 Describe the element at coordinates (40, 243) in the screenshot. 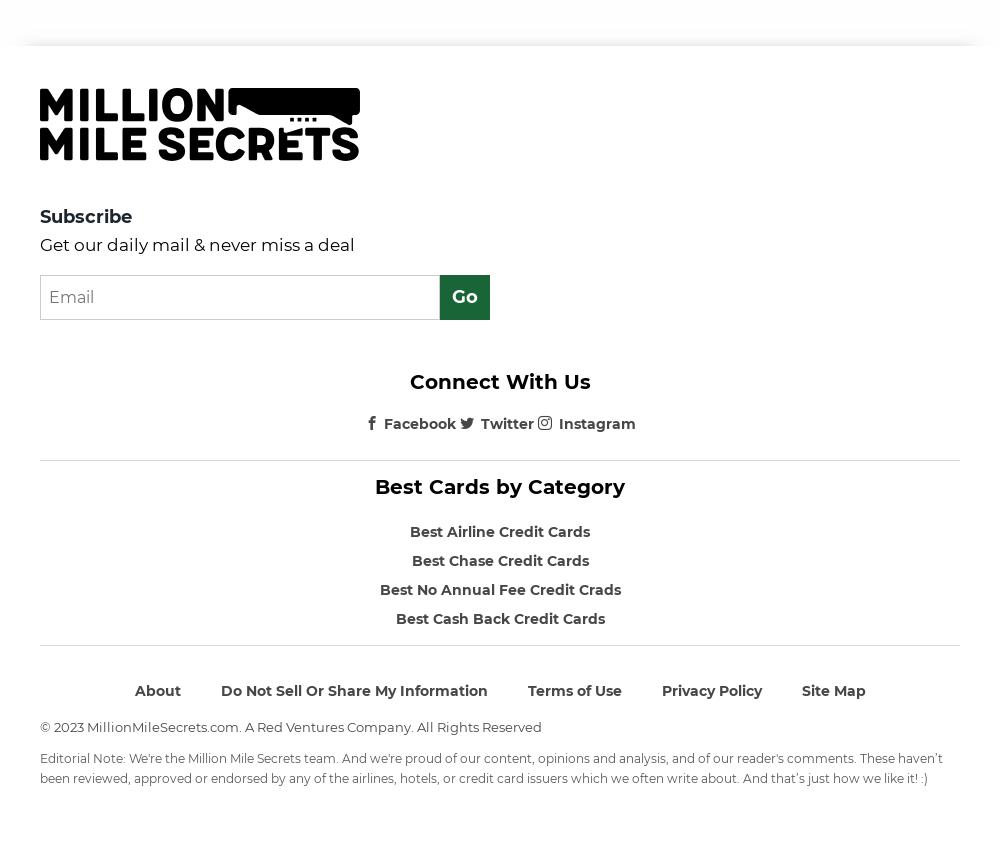

I see `'Get our daily mail & never miss a deal'` at that location.